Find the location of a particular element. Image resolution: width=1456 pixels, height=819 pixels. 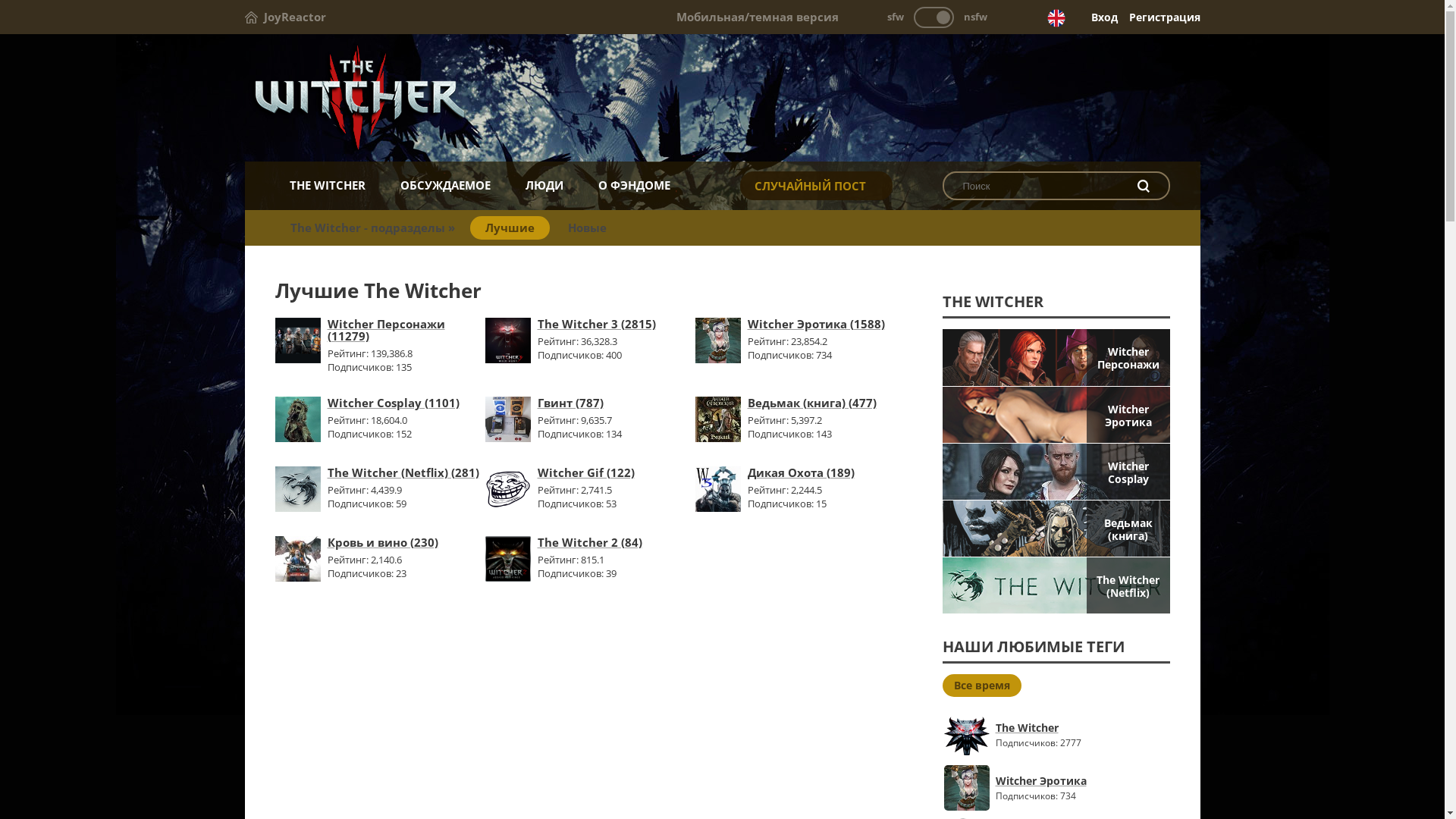

'The Witcher 3 (2815)' is located at coordinates (595, 323).